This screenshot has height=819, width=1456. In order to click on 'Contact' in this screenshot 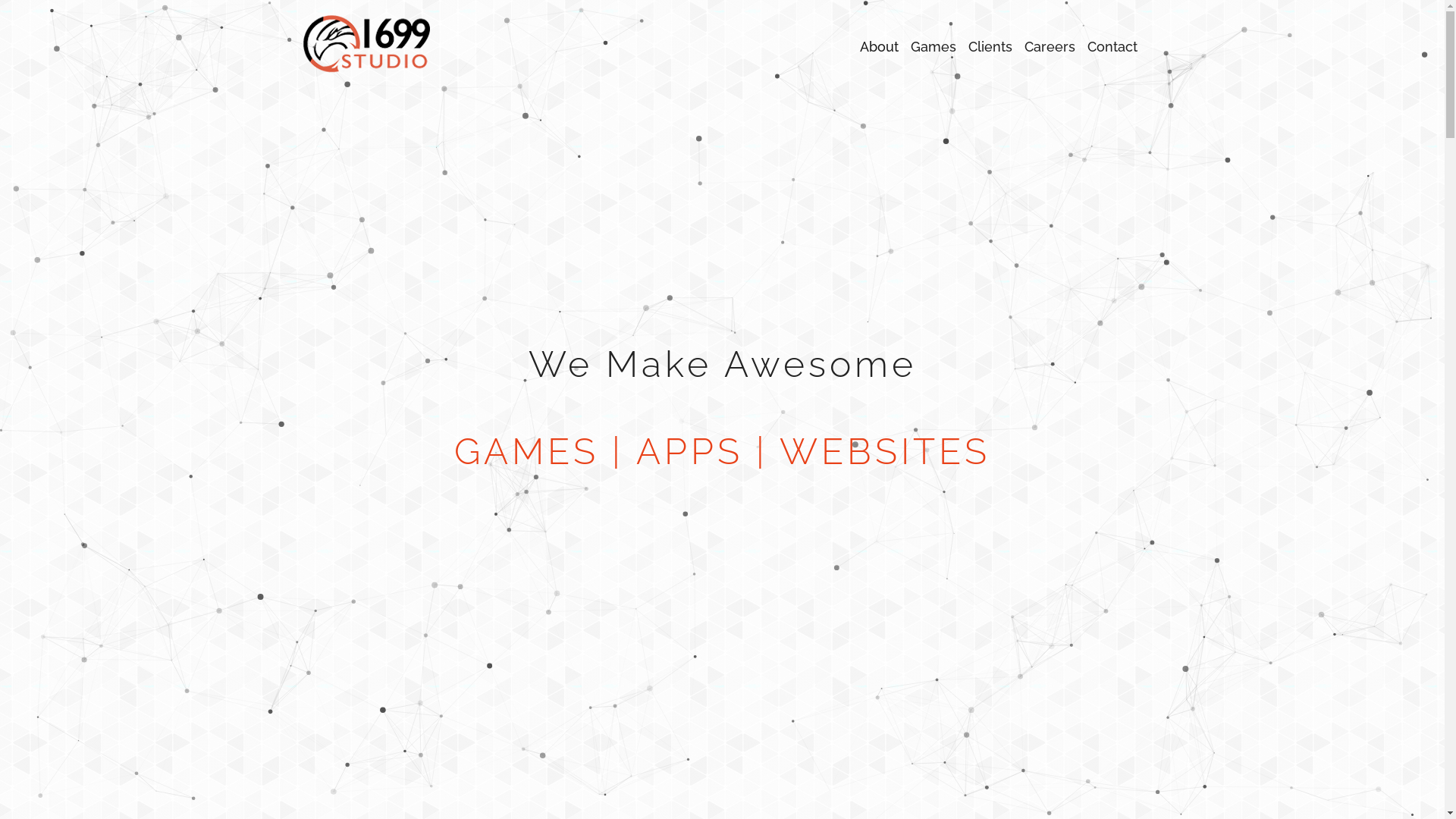, I will do `click(1112, 45)`.